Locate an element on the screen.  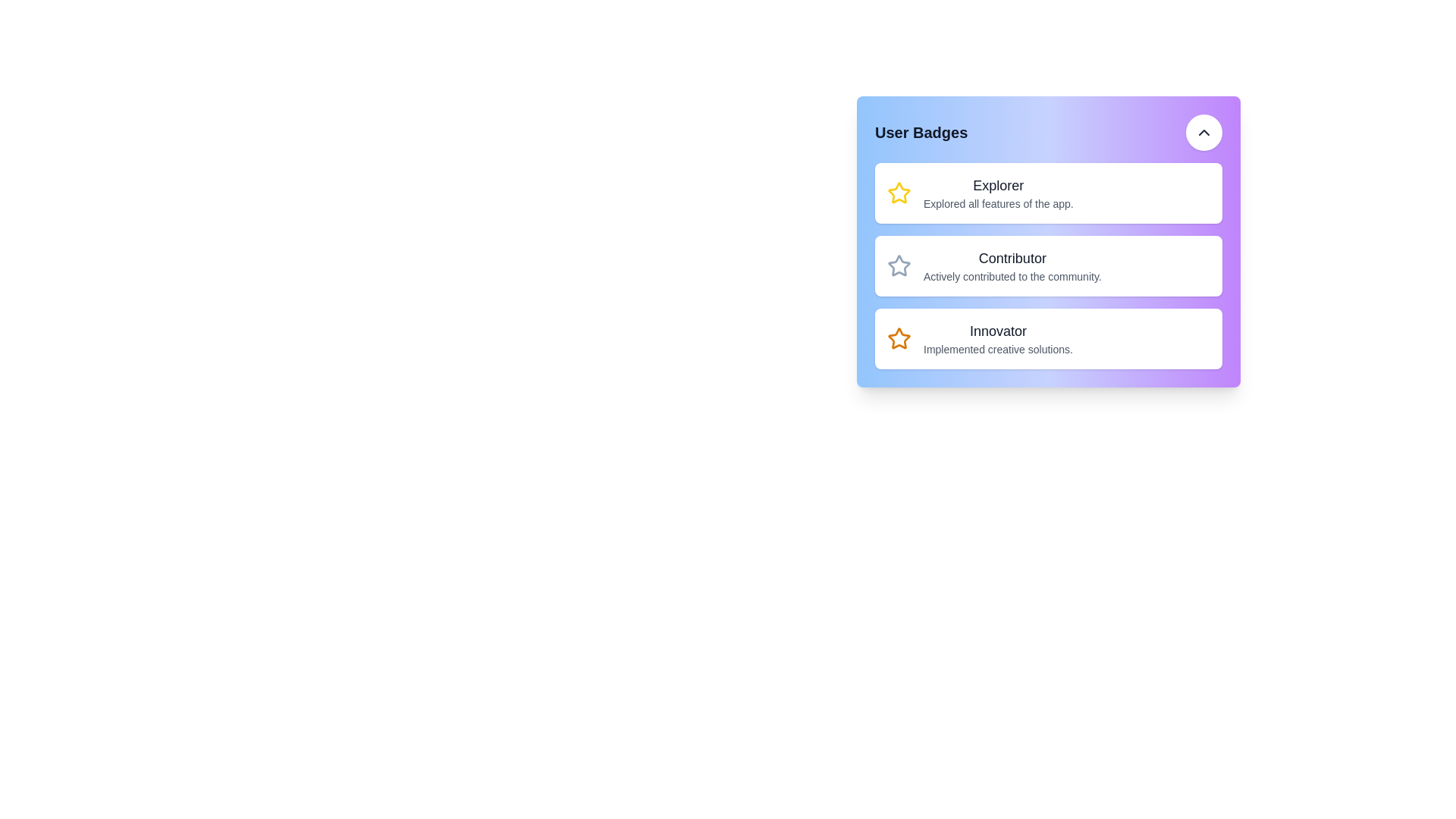
the star icon with a yellow border located in the 'Explorer' badge section of the user badge panel, which is the leftmost element aligned with the 'Explorer' title and subtitle is located at coordinates (899, 192).